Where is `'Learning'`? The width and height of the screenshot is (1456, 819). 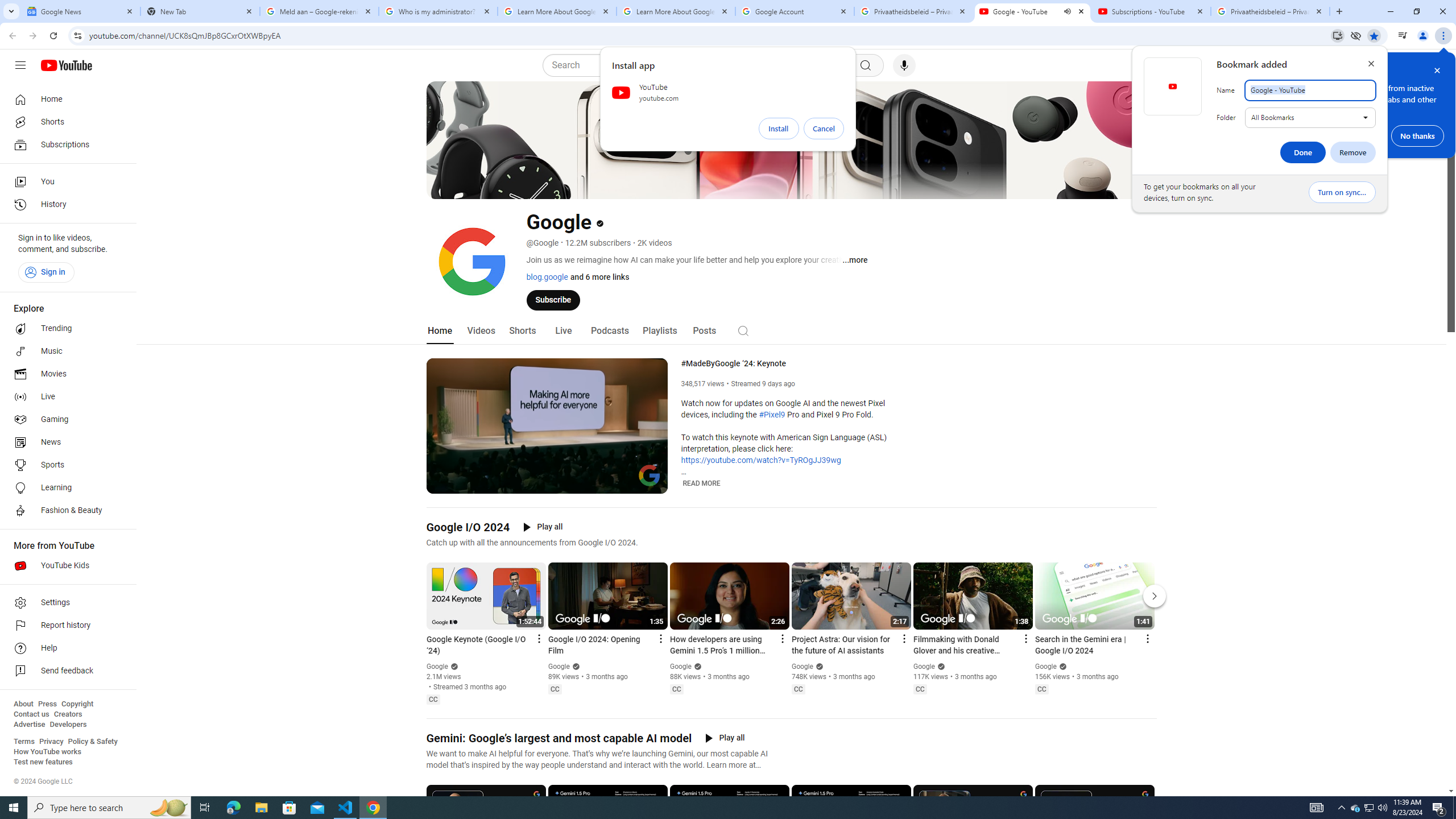 'Learning' is located at coordinates (64, 487).